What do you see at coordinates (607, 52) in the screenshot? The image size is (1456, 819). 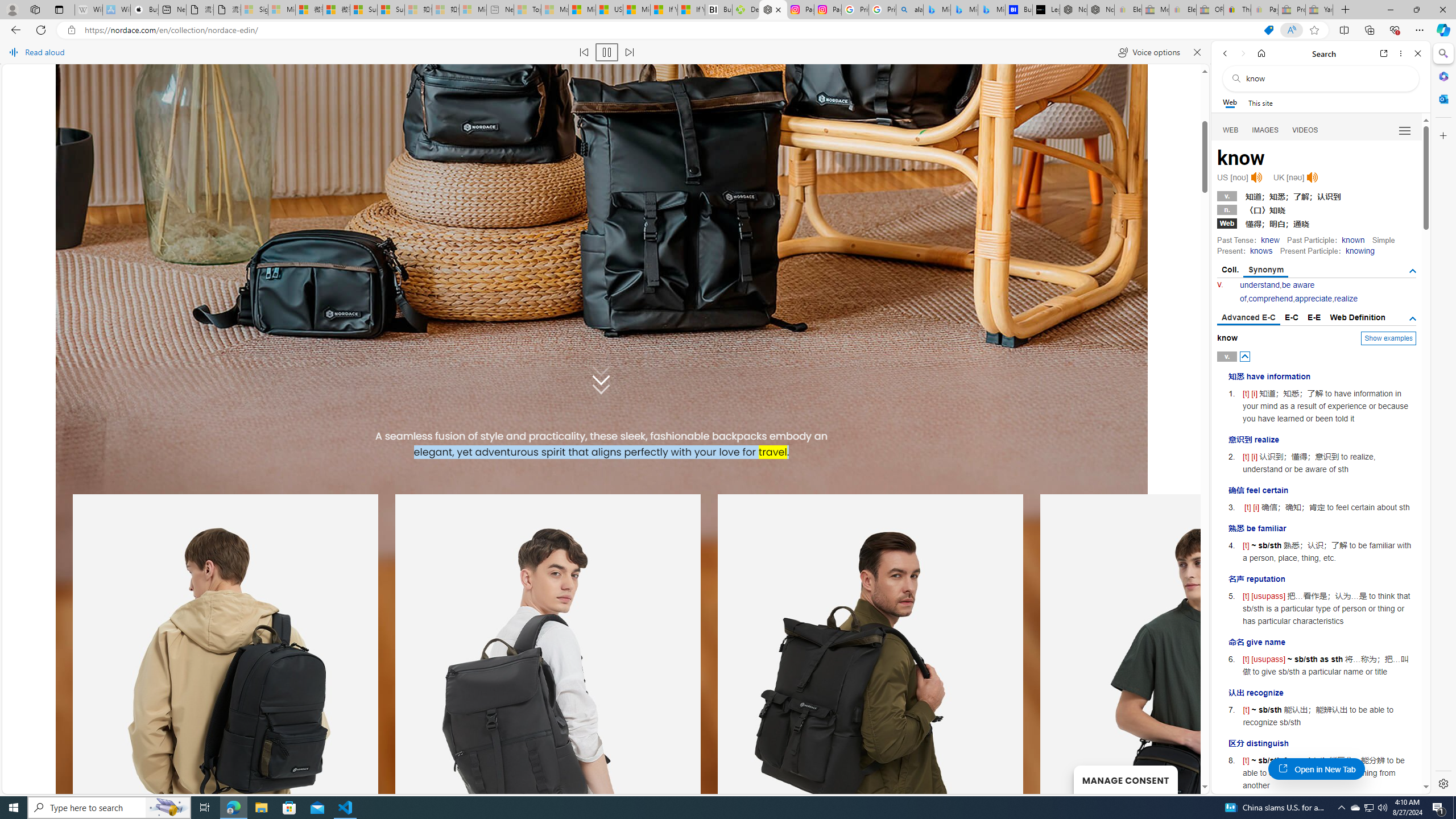 I see `'Pause read aloud (Ctrl+Shift+U)'` at bounding box center [607, 52].